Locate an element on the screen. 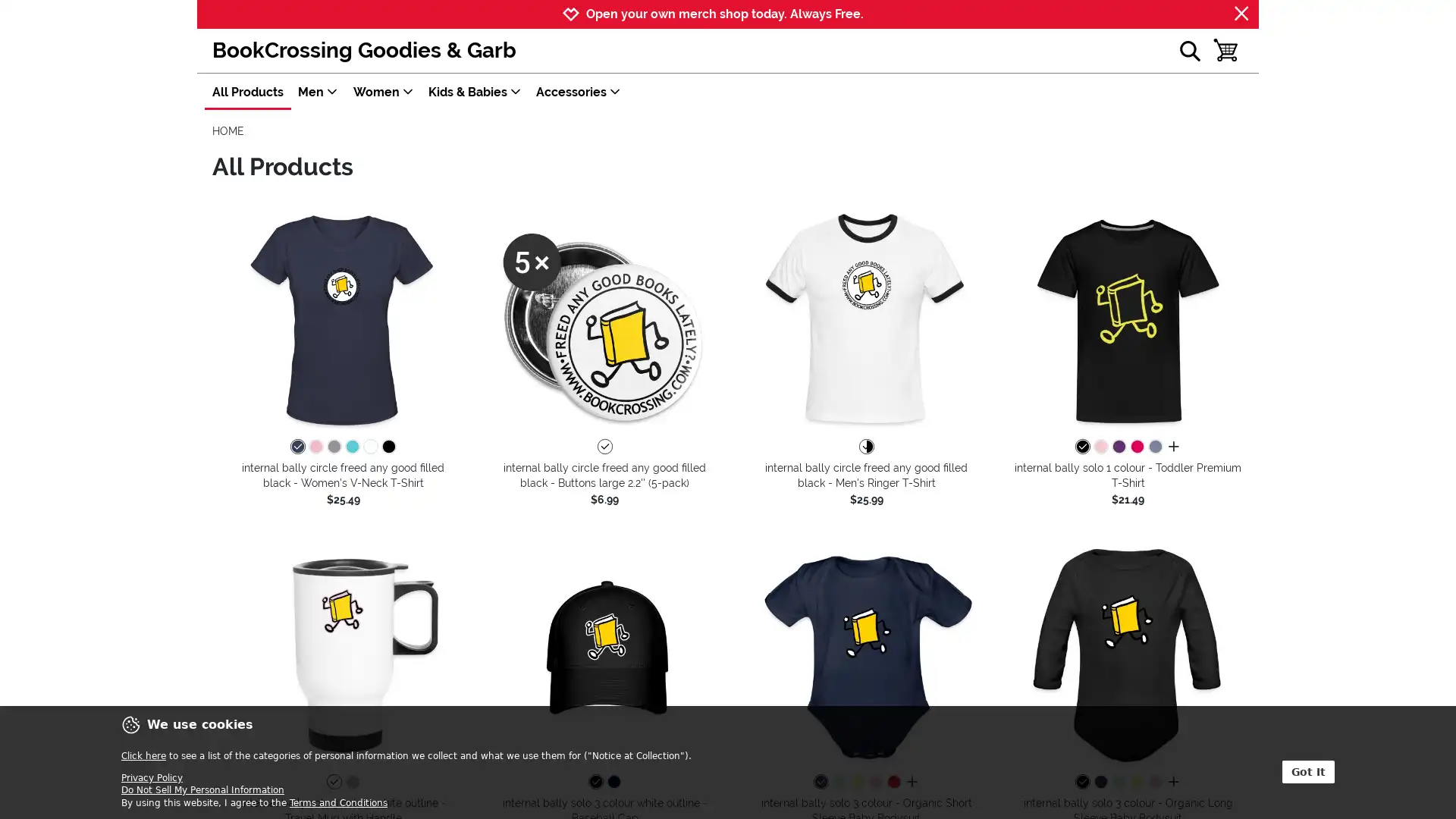  internal bally solo 3 colour - Organic Short Sleeve Baby Bodysuit is located at coordinates (866, 654).